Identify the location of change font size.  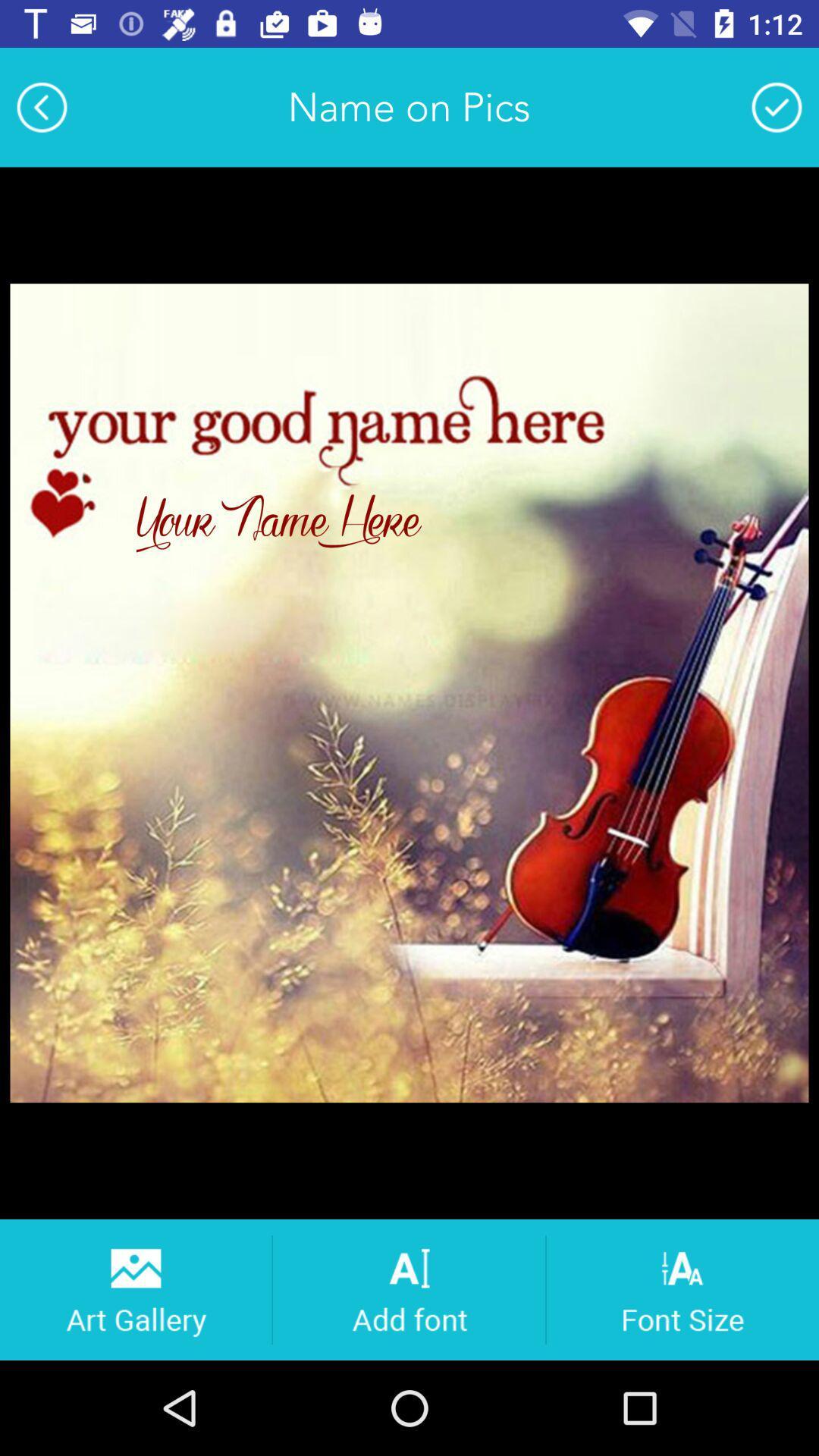
(682, 1288).